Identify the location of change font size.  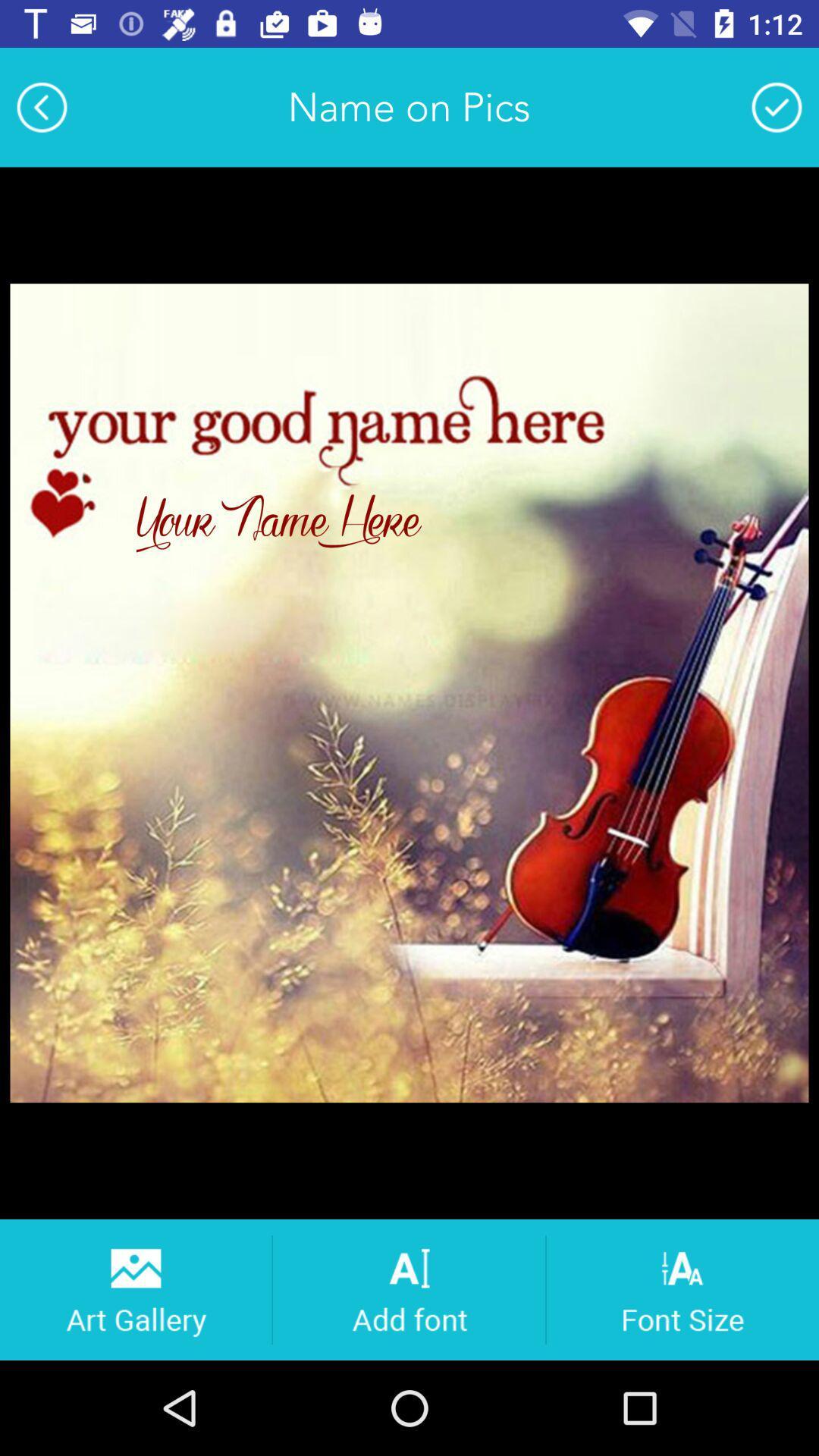
(682, 1288).